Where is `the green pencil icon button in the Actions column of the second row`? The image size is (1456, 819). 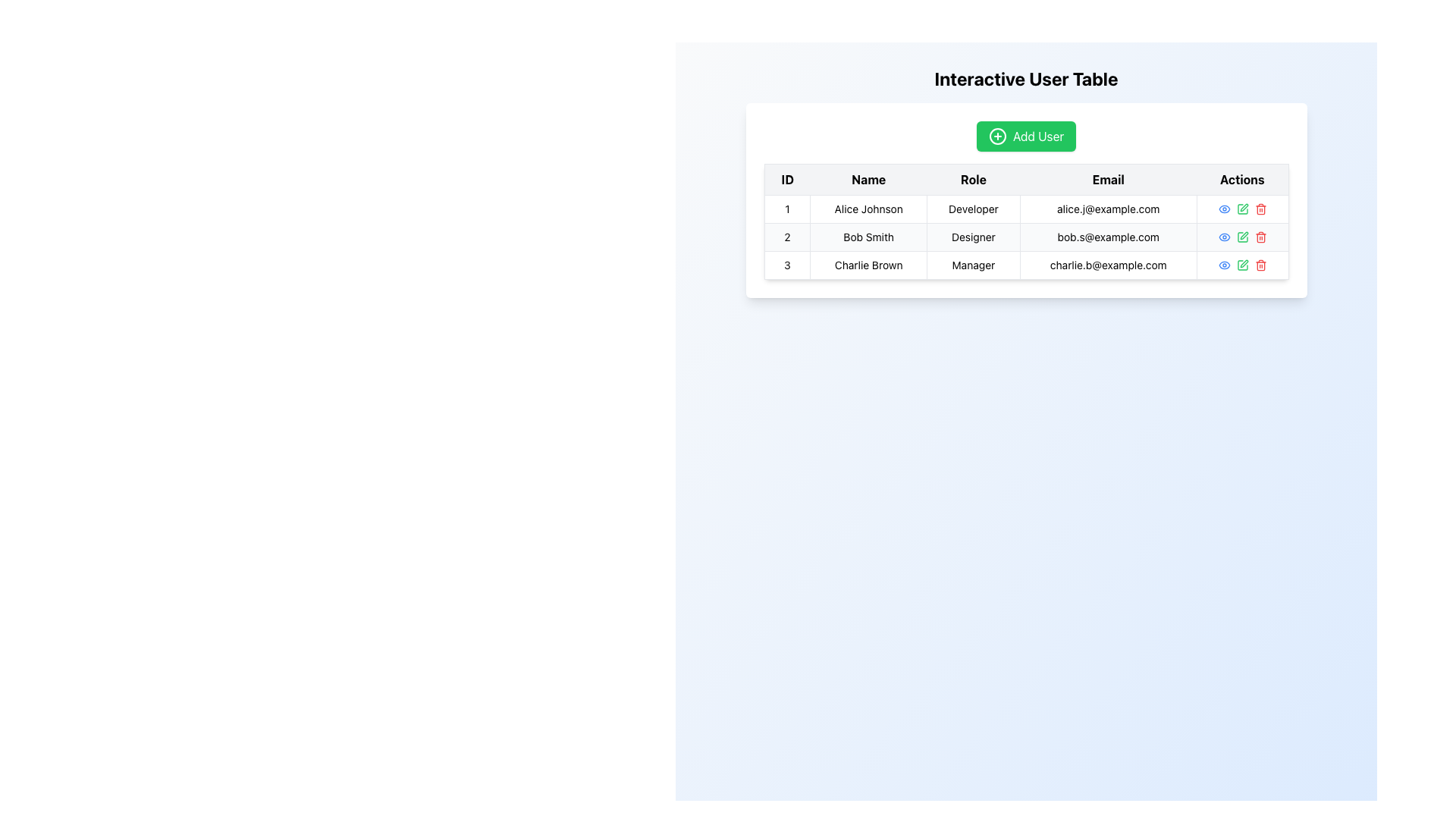
the green pencil icon button in the Actions column of the second row is located at coordinates (1242, 237).